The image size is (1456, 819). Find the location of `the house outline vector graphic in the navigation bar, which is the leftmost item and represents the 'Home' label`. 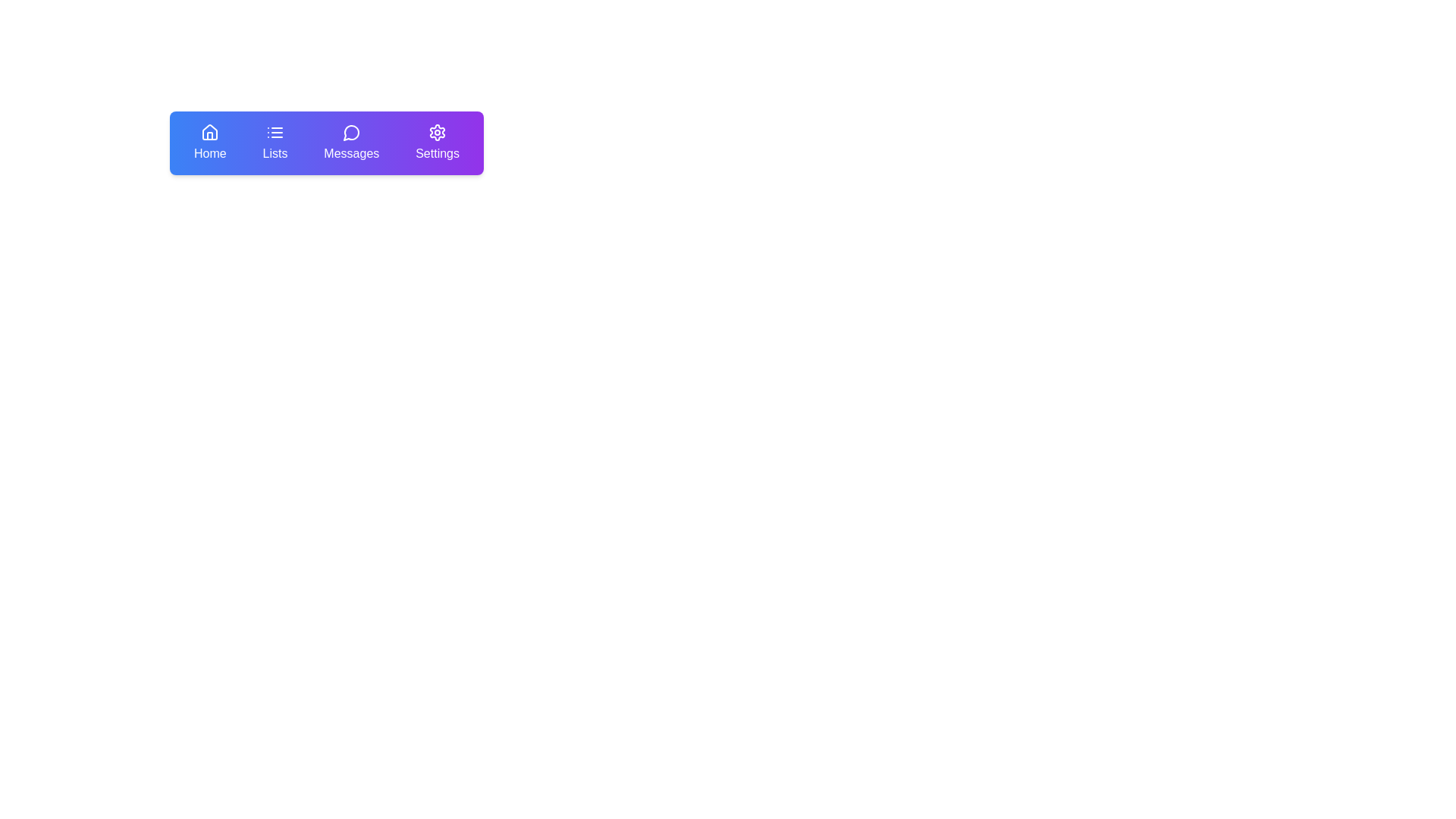

the house outline vector graphic in the navigation bar, which is the leftmost item and represents the 'Home' label is located at coordinates (209, 131).